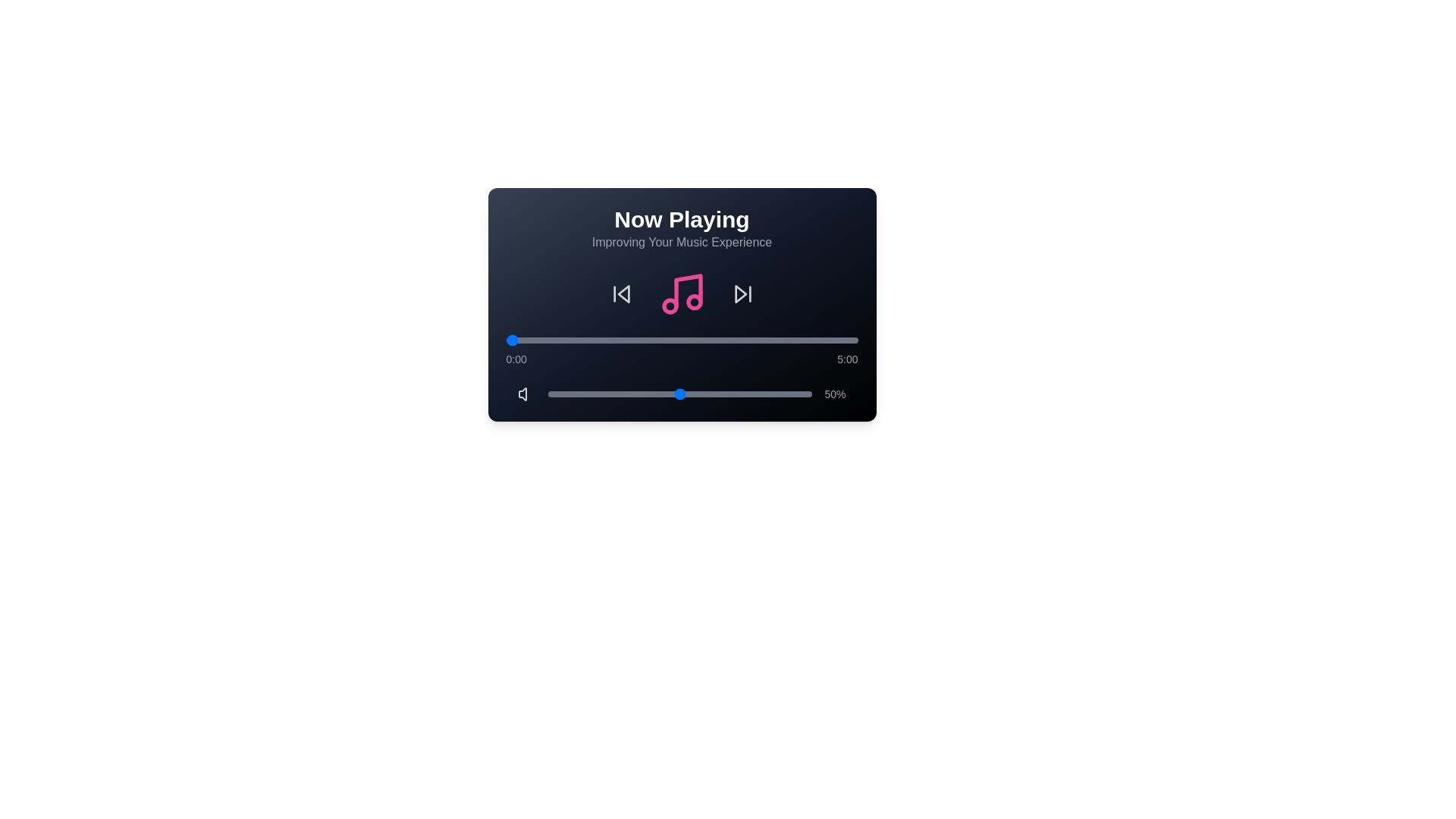 The width and height of the screenshot is (1456, 819). What do you see at coordinates (816, 339) in the screenshot?
I see `the playback progress to 265 seconds` at bounding box center [816, 339].